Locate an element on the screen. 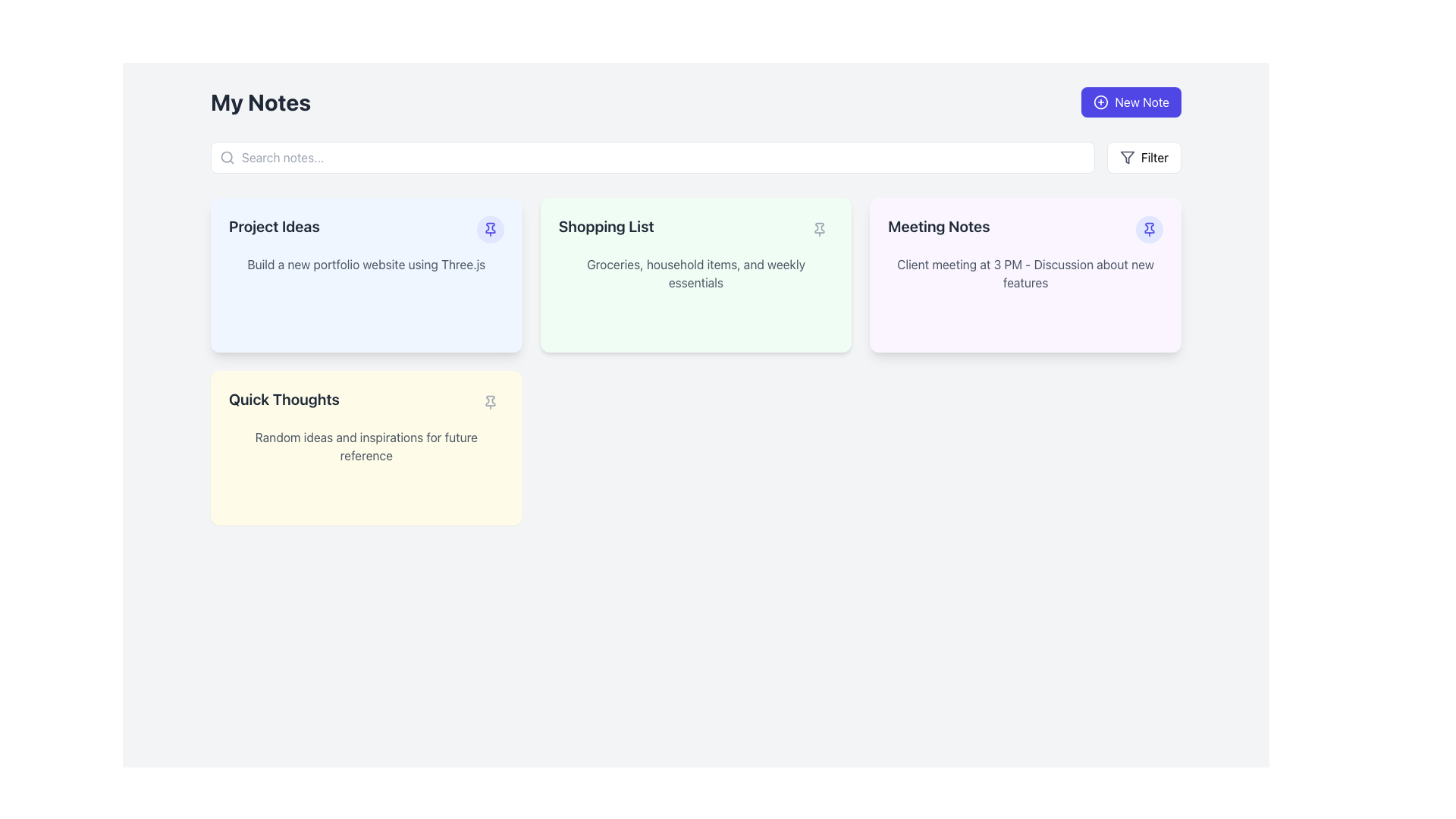  the filter button located on the top-right side of the interface, adjacent to the search bar is located at coordinates (1144, 158).